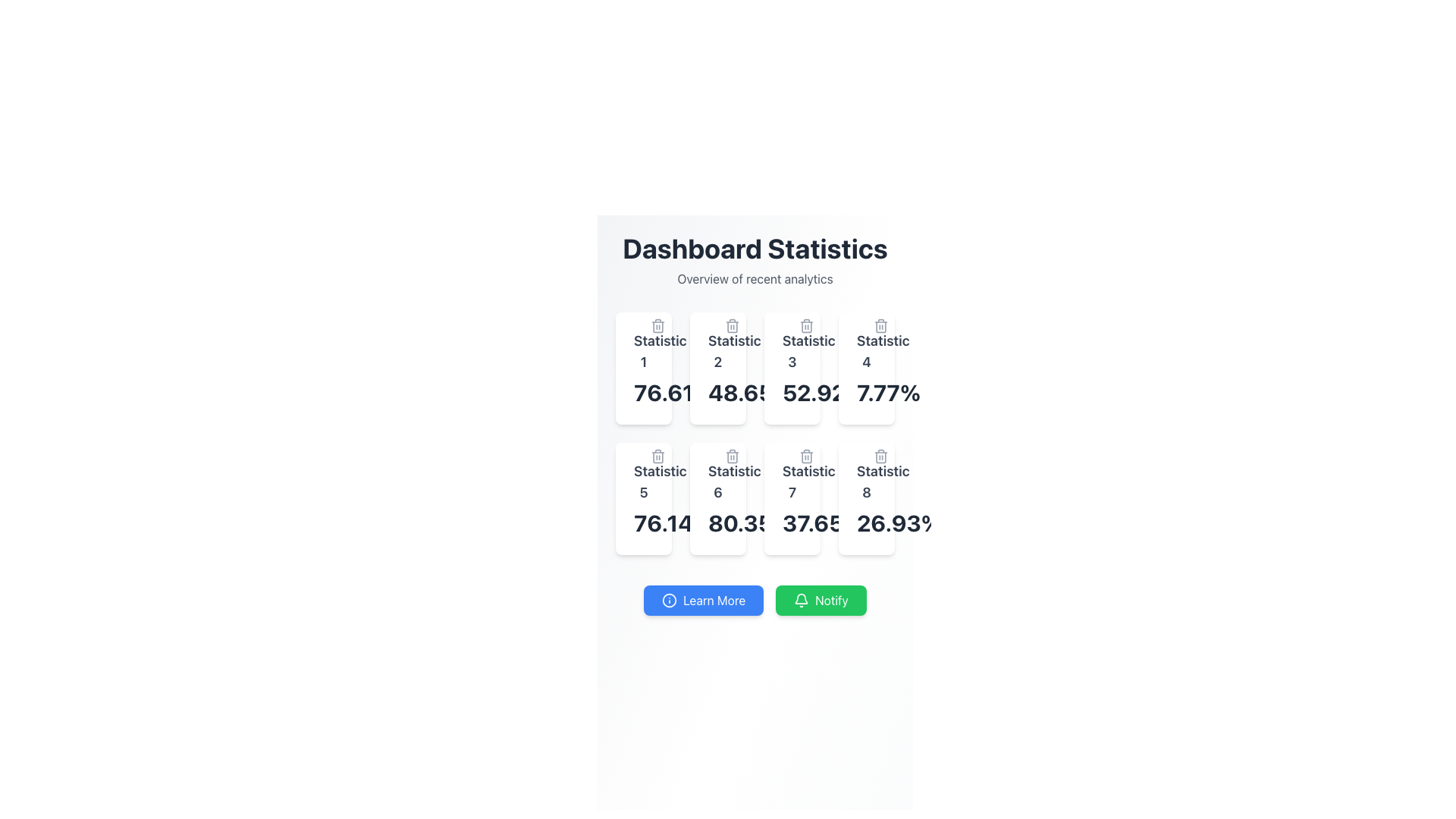 The height and width of the screenshot is (819, 1456). Describe the element at coordinates (792, 351) in the screenshot. I see `the text element displaying 'Statistic 3' which is in bold and slightly larger font, located in the top-middle section of the grid layout under 'Dashboard Statistics'` at that location.